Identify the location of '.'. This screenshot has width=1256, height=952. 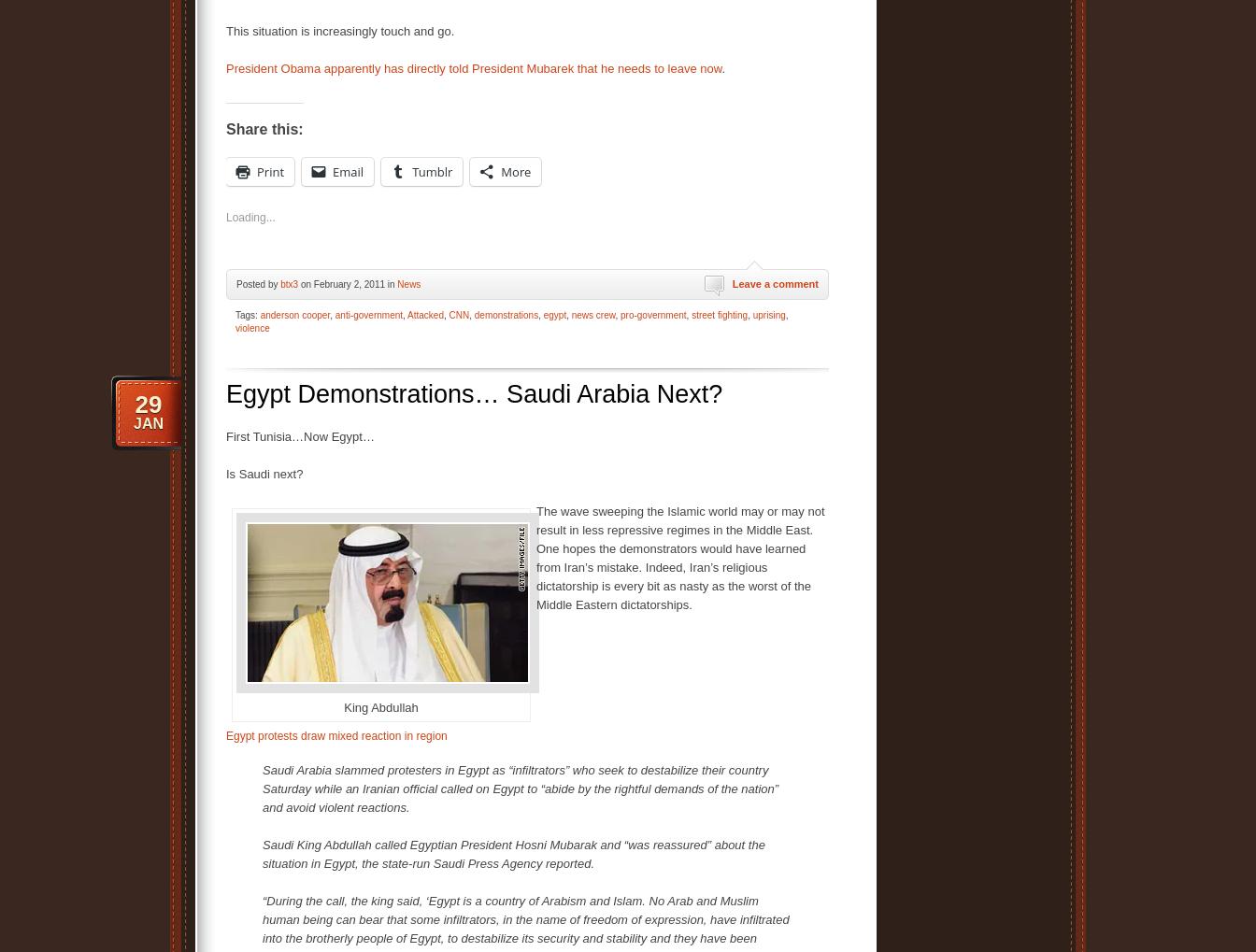
(721, 67).